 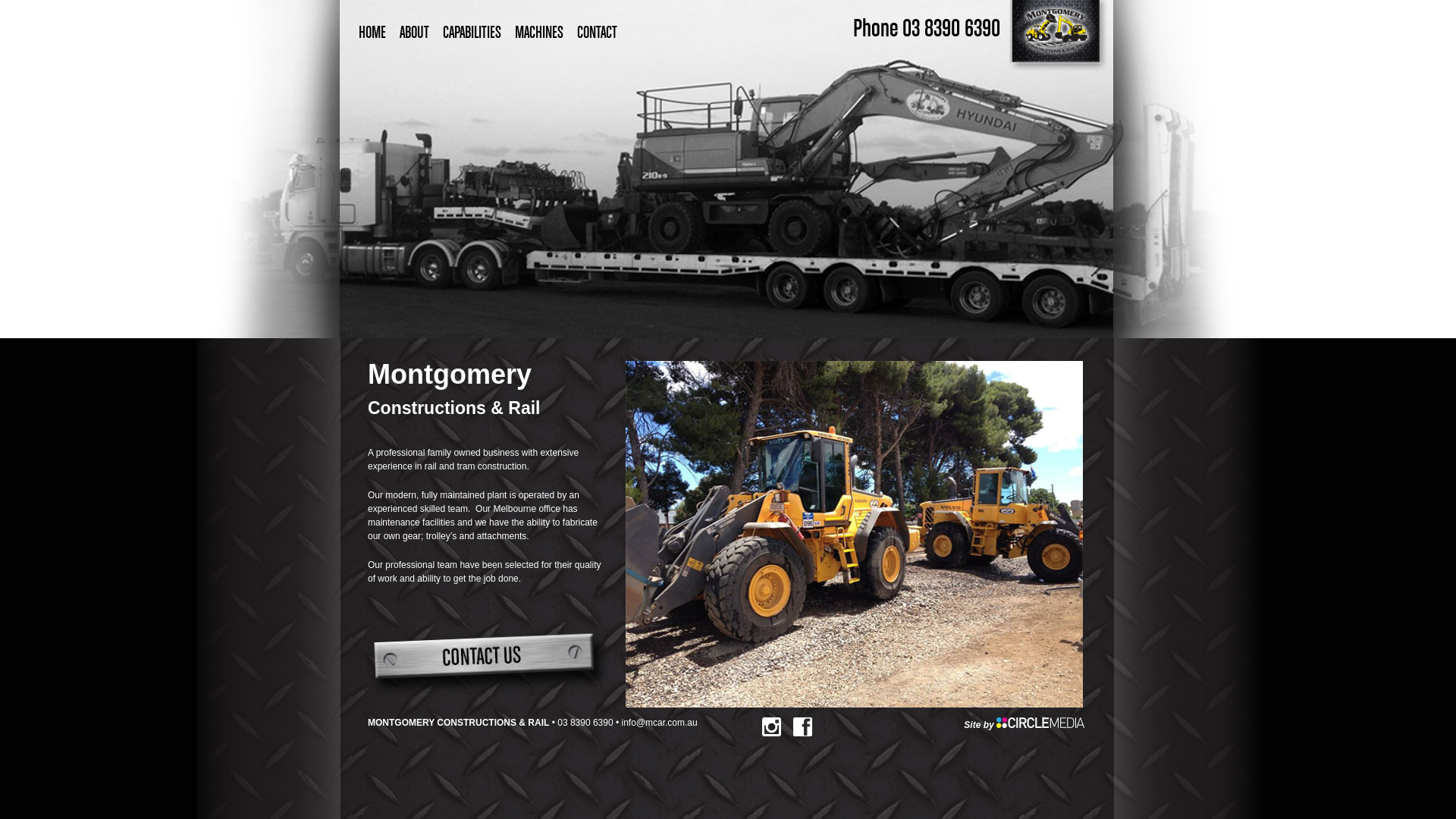 I want to click on 'CAPABILITIES', so click(x=442, y=33).